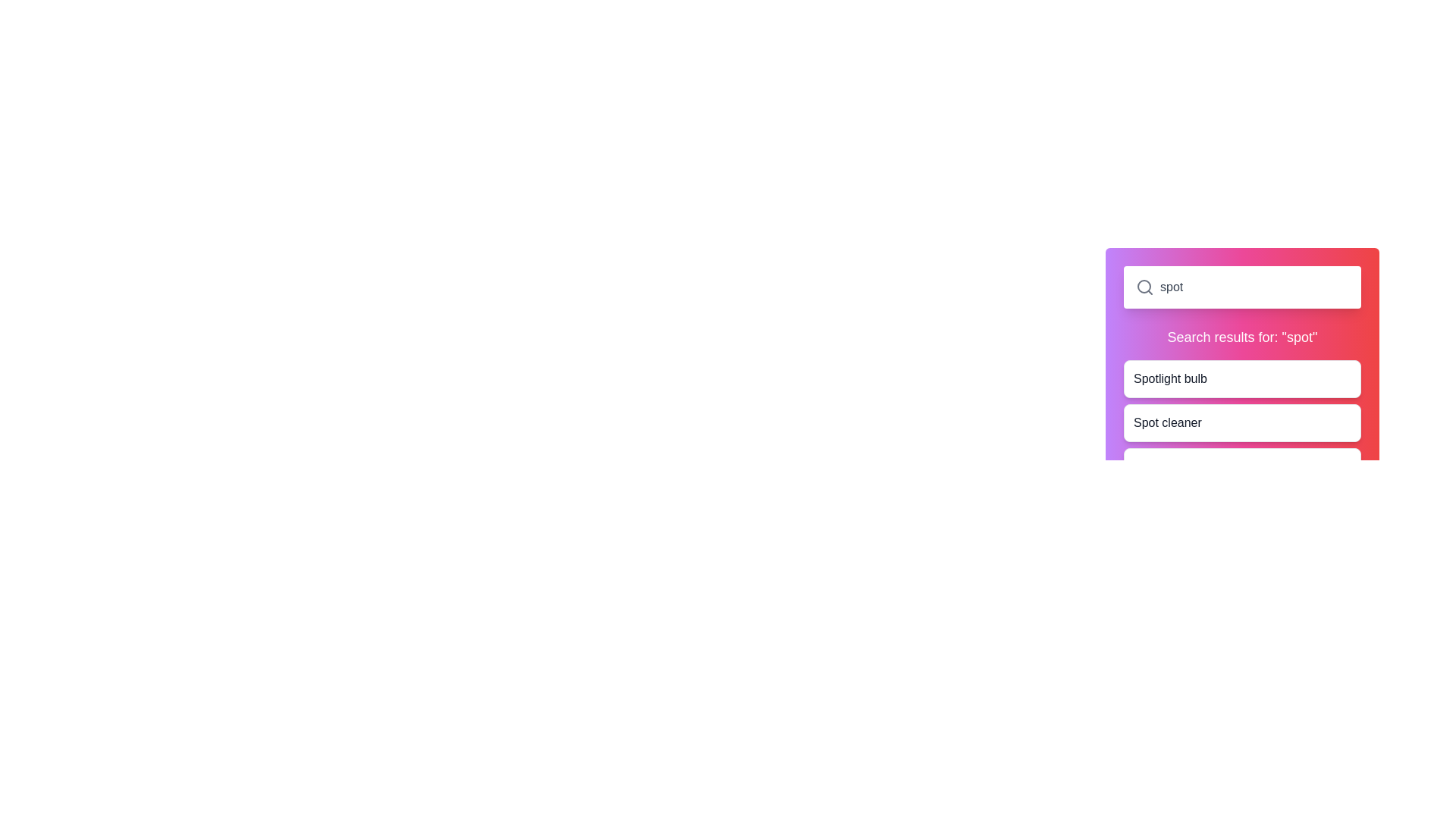 This screenshot has height=819, width=1456. Describe the element at coordinates (1166, 423) in the screenshot. I see `the 'Spot cleaner' text label, which is displayed in a medium-weight dark gray font on a rounded white card` at that location.